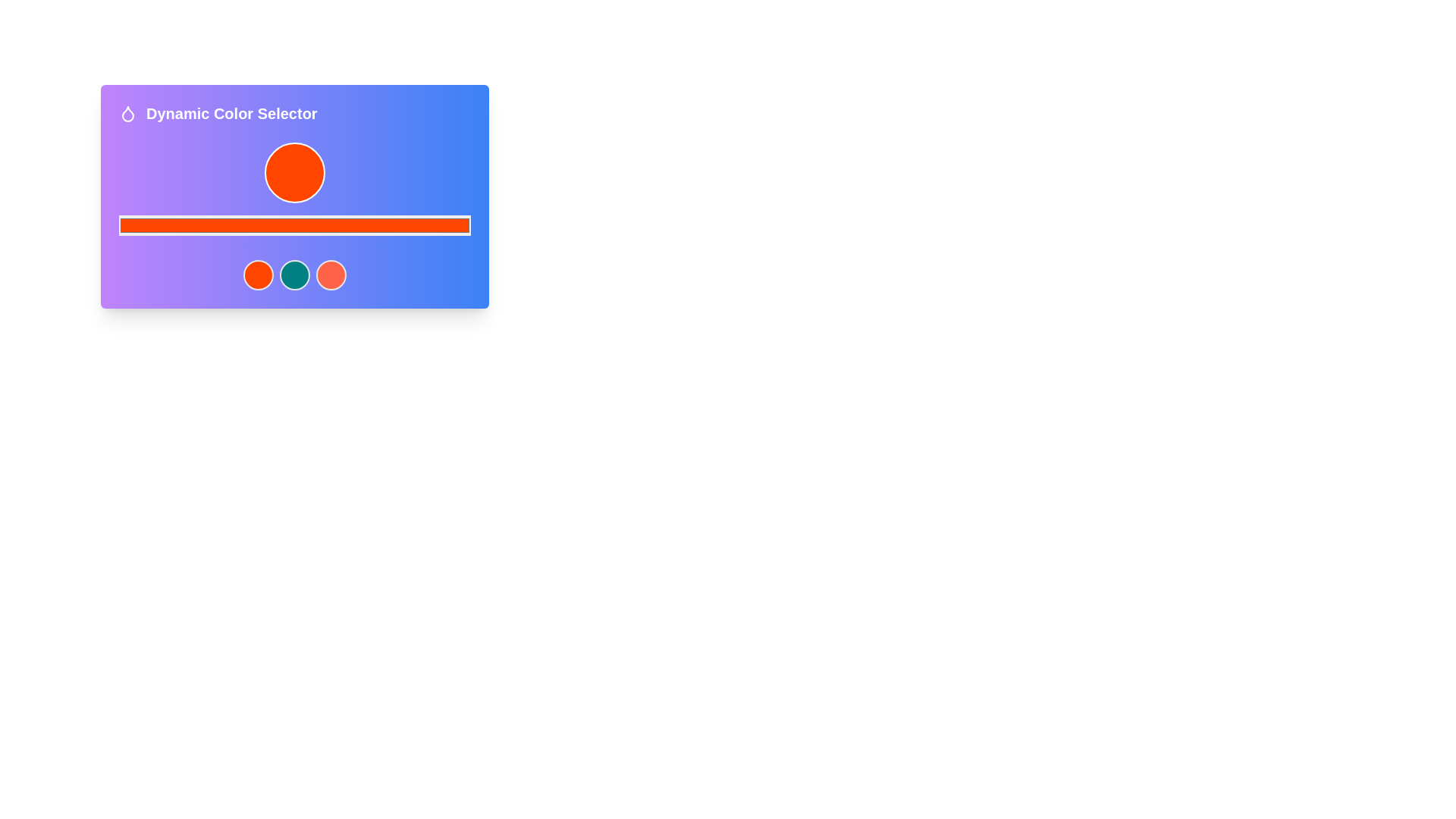 The height and width of the screenshot is (819, 1456). What do you see at coordinates (294, 113) in the screenshot?
I see `the header element titled 'Dynamic Color Selector' which has bold white text on a gradient background and a droplet icon on its left` at bounding box center [294, 113].